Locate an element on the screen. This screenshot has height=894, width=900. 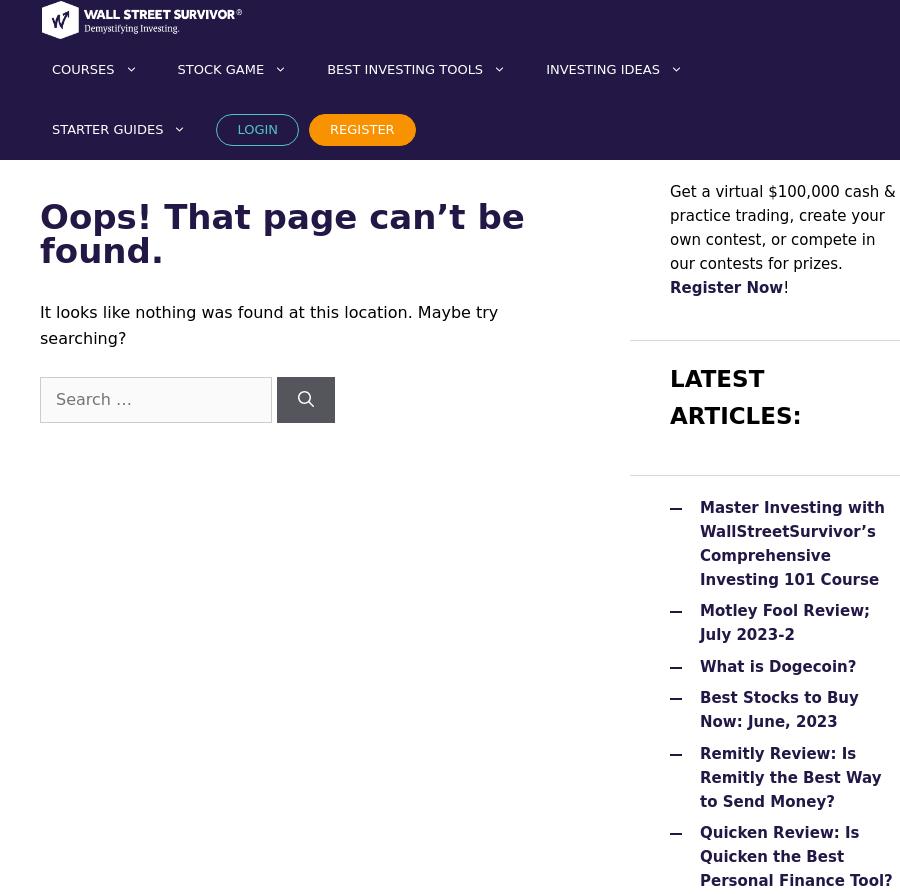
'Quicken Review: Is Quicken the Best Personal Finance Tool?' is located at coordinates (795, 855).